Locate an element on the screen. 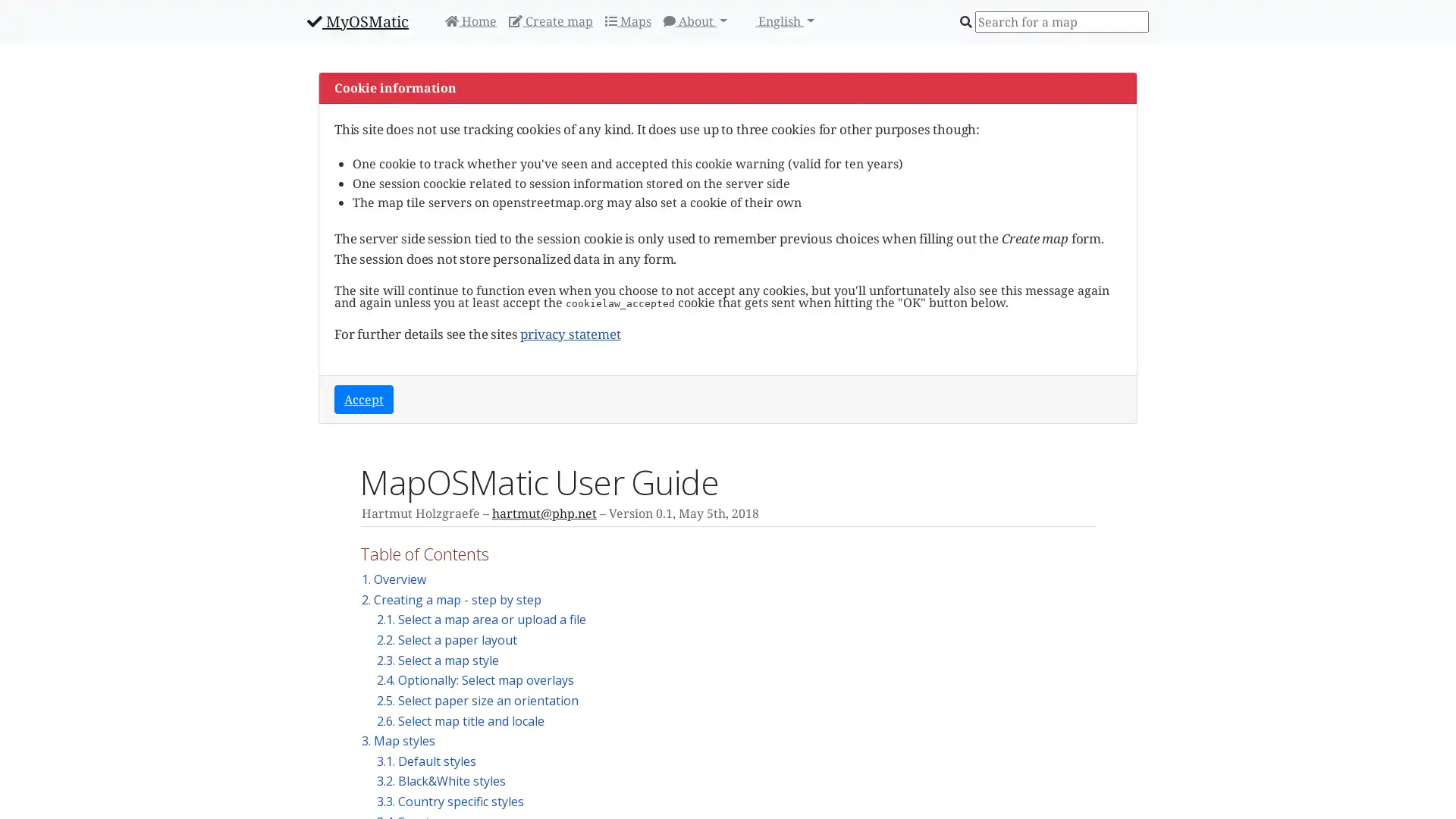 Image resolution: width=1456 pixels, height=819 pixels. About is located at coordinates (694, 21).